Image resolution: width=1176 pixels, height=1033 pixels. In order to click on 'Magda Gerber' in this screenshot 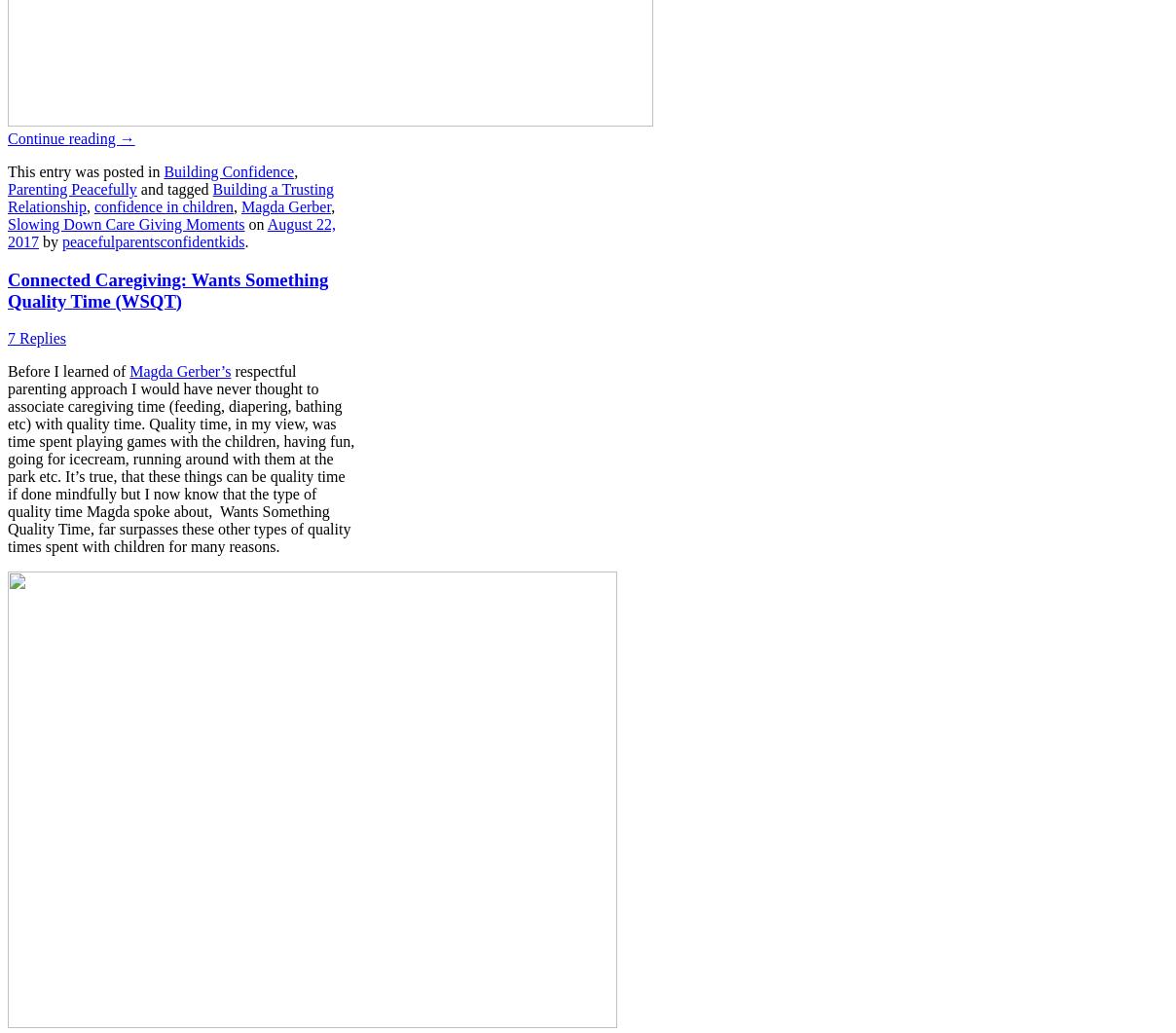, I will do `click(285, 204)`.